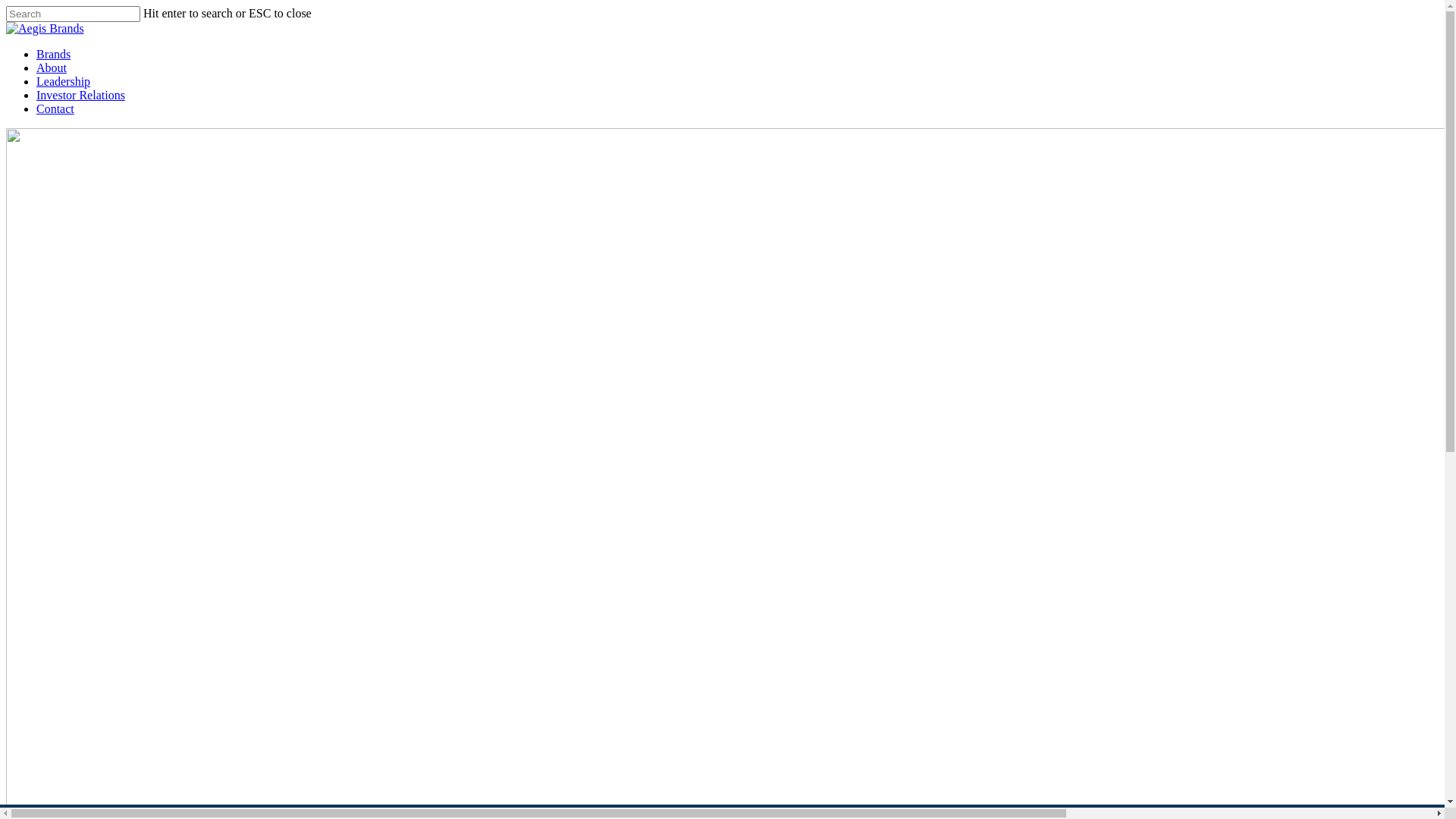 The width and height of the screenshot is (1456, 819). Describe the element at coordinates (51, 67) in the screenshot. I see `'About'` at that location.